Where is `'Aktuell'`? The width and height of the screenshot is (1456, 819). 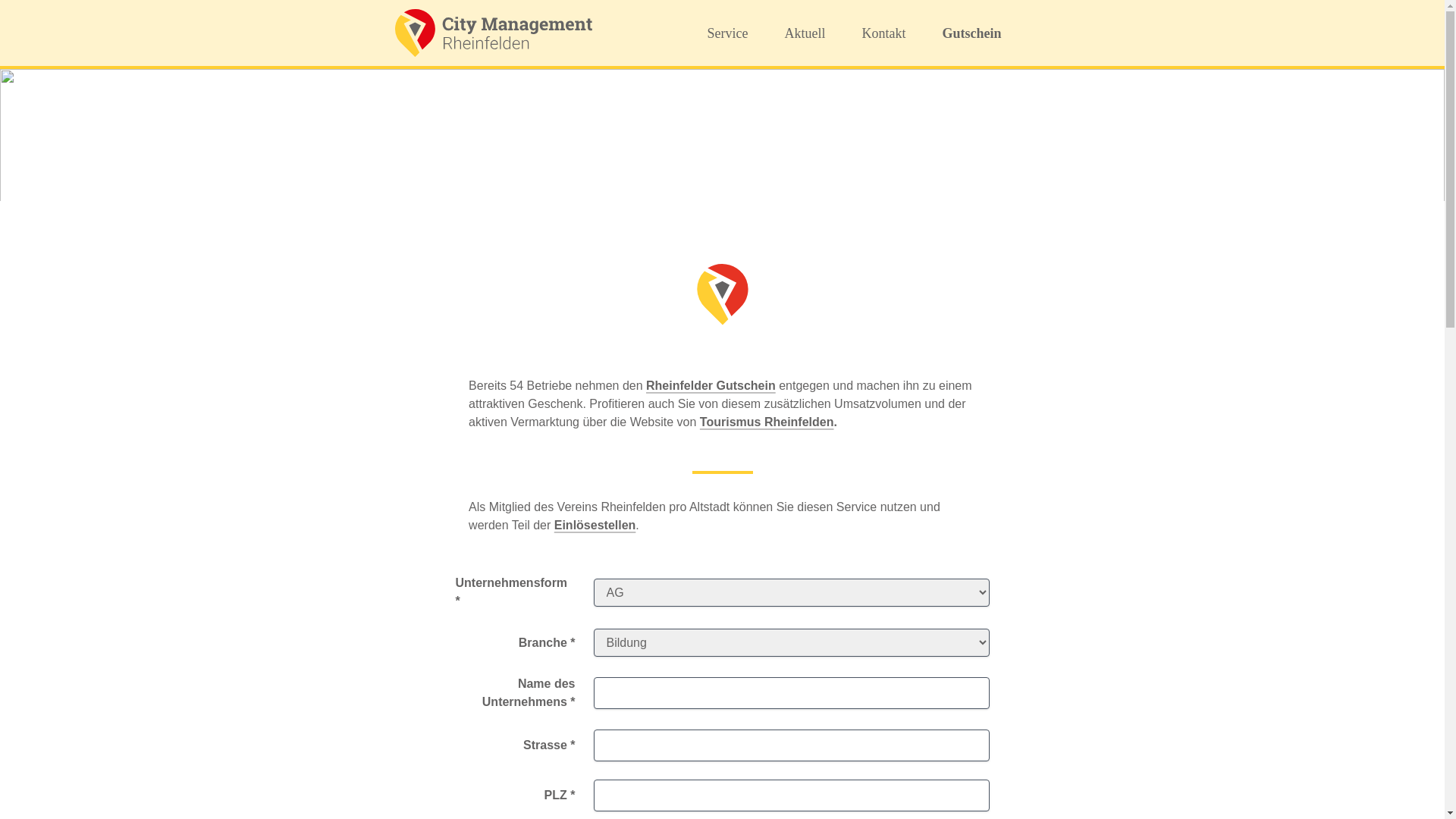 'Aktuell' is located at coordinates (803, 33).